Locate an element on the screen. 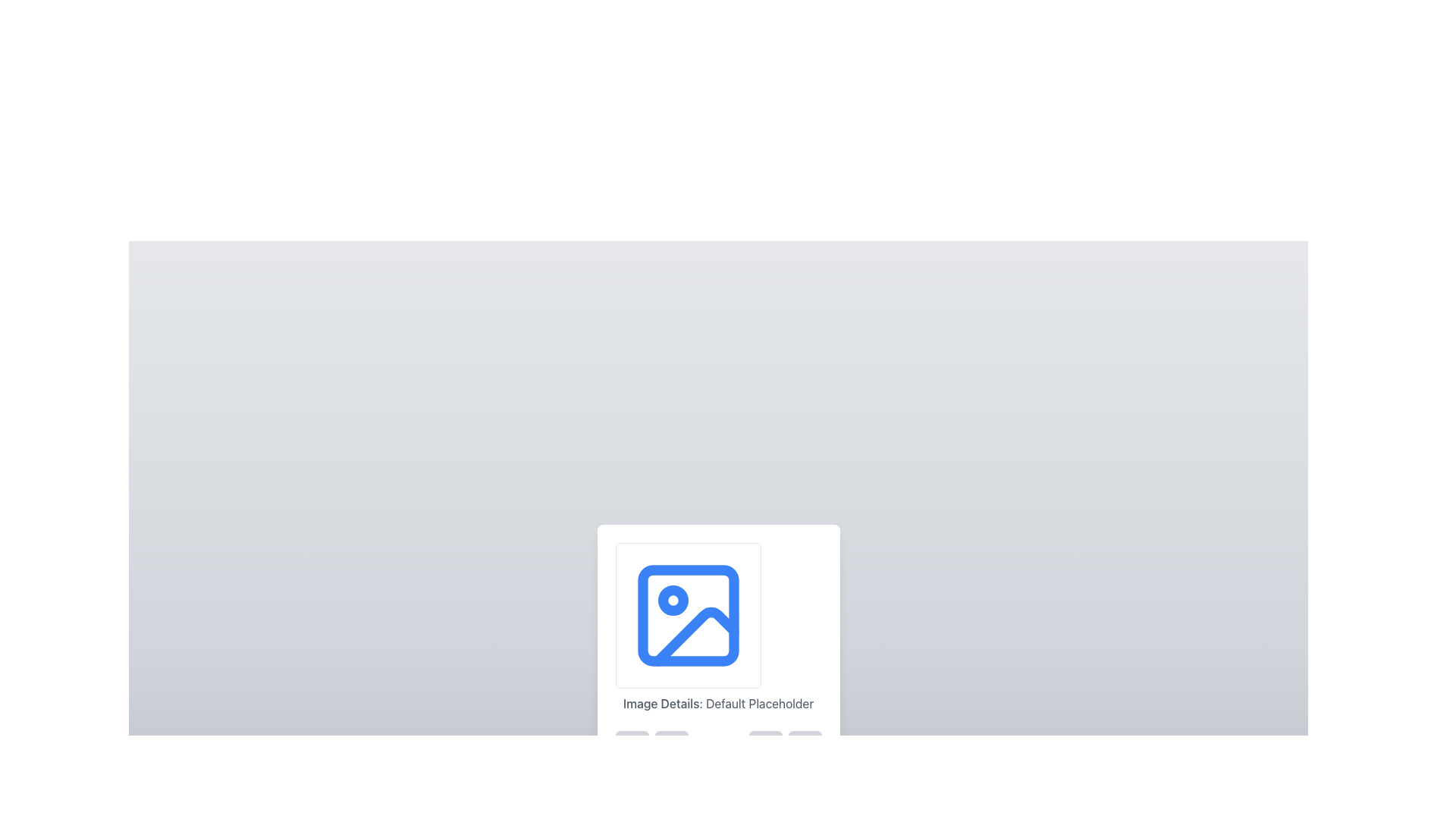 The width and height of the screenshot is (1456, 819). the small circular SVG element located in the upper-left corner of the picture frame icon is located at coordinates (672, 599).